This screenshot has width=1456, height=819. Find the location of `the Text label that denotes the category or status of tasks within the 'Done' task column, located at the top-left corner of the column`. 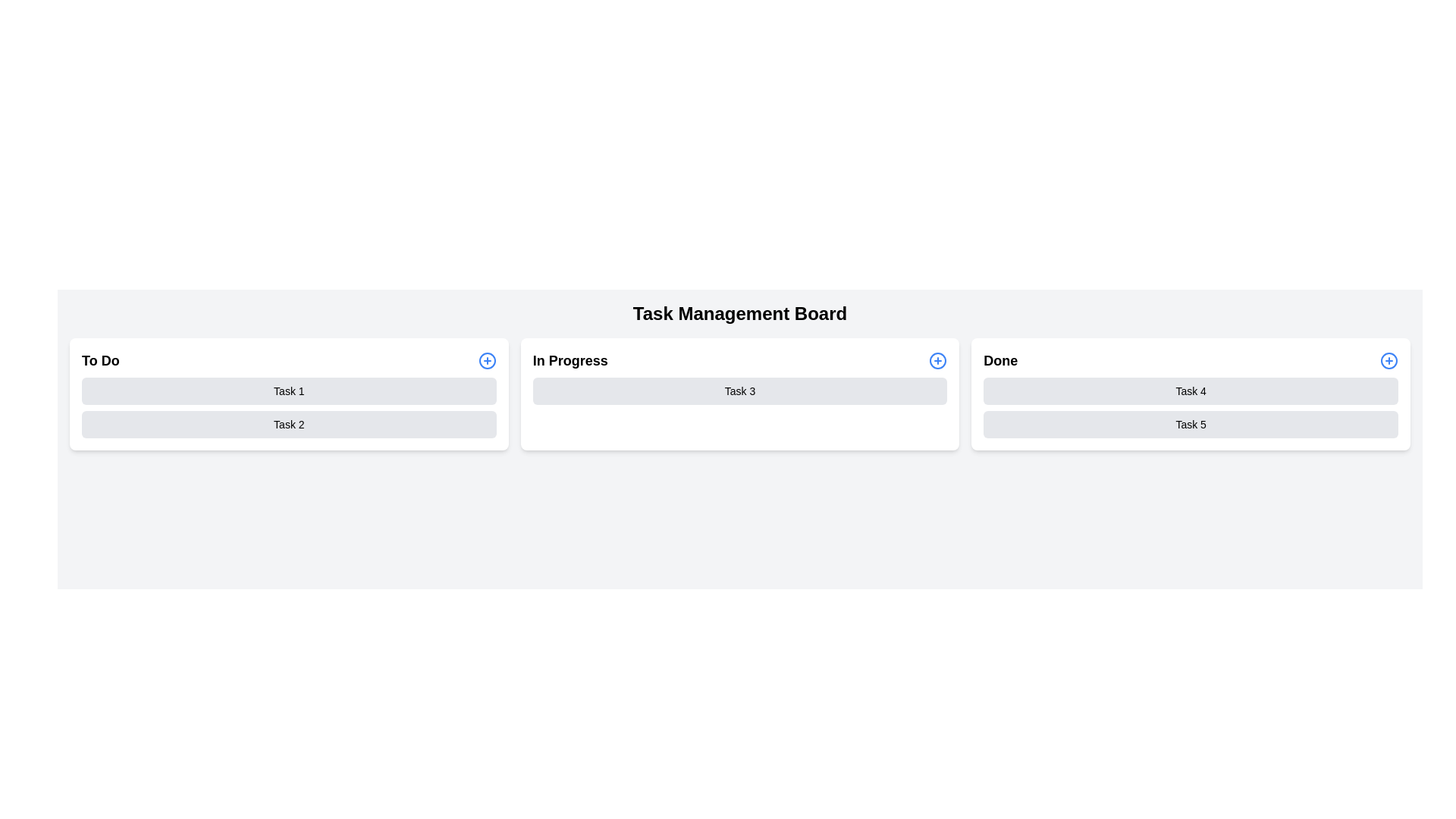

the Text label that denotes the category or status of tasks within the 'Done' task column, located at the top-left corner of the column is located at coordinates (1000, 360).